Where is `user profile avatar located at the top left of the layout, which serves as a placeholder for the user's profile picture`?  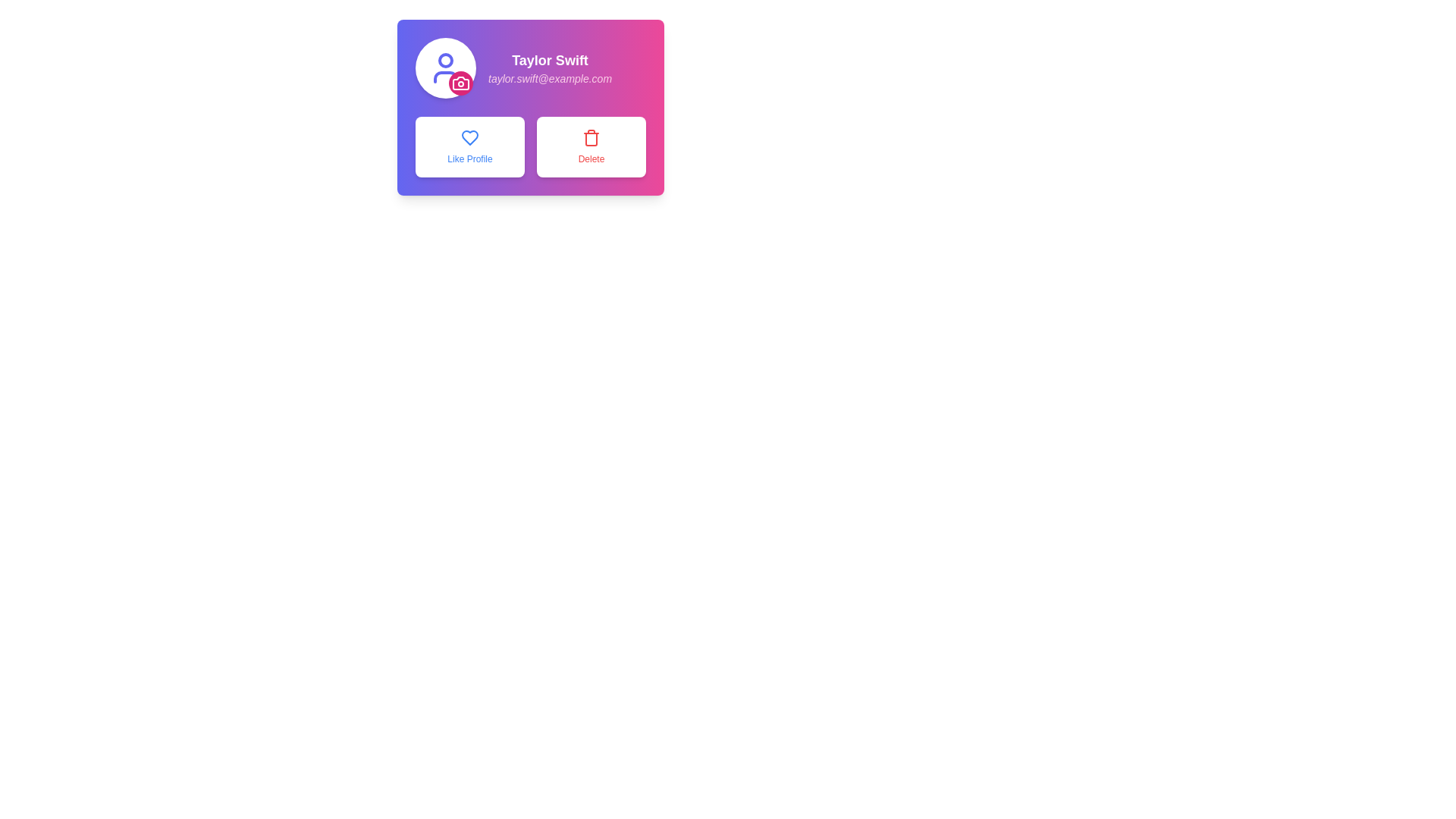 user profile avatar located at the top left of the layout, which serves as a placeholder for the user's profile picture is located at coordinates (445, 67).